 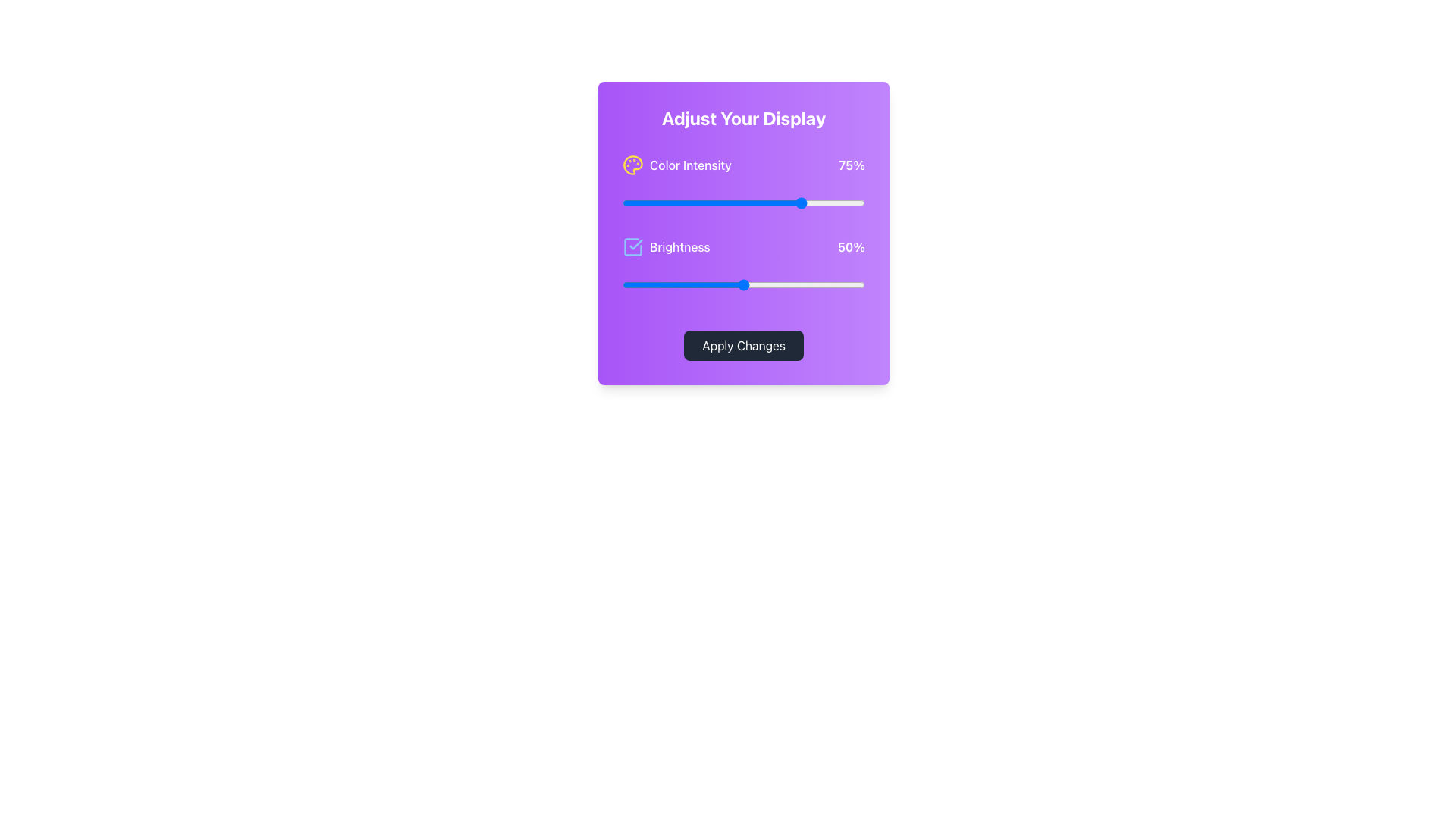 What do you see at coordinates (633, 165) in the screenshot?
I see `the palette icon representing 'Color Intensity' functionality, which is located to the left of the text 'Color Intensity' and before the numeric indicator '75%' in the 'Adjust Your Display' dialog box` at bounding box center [633, 165].